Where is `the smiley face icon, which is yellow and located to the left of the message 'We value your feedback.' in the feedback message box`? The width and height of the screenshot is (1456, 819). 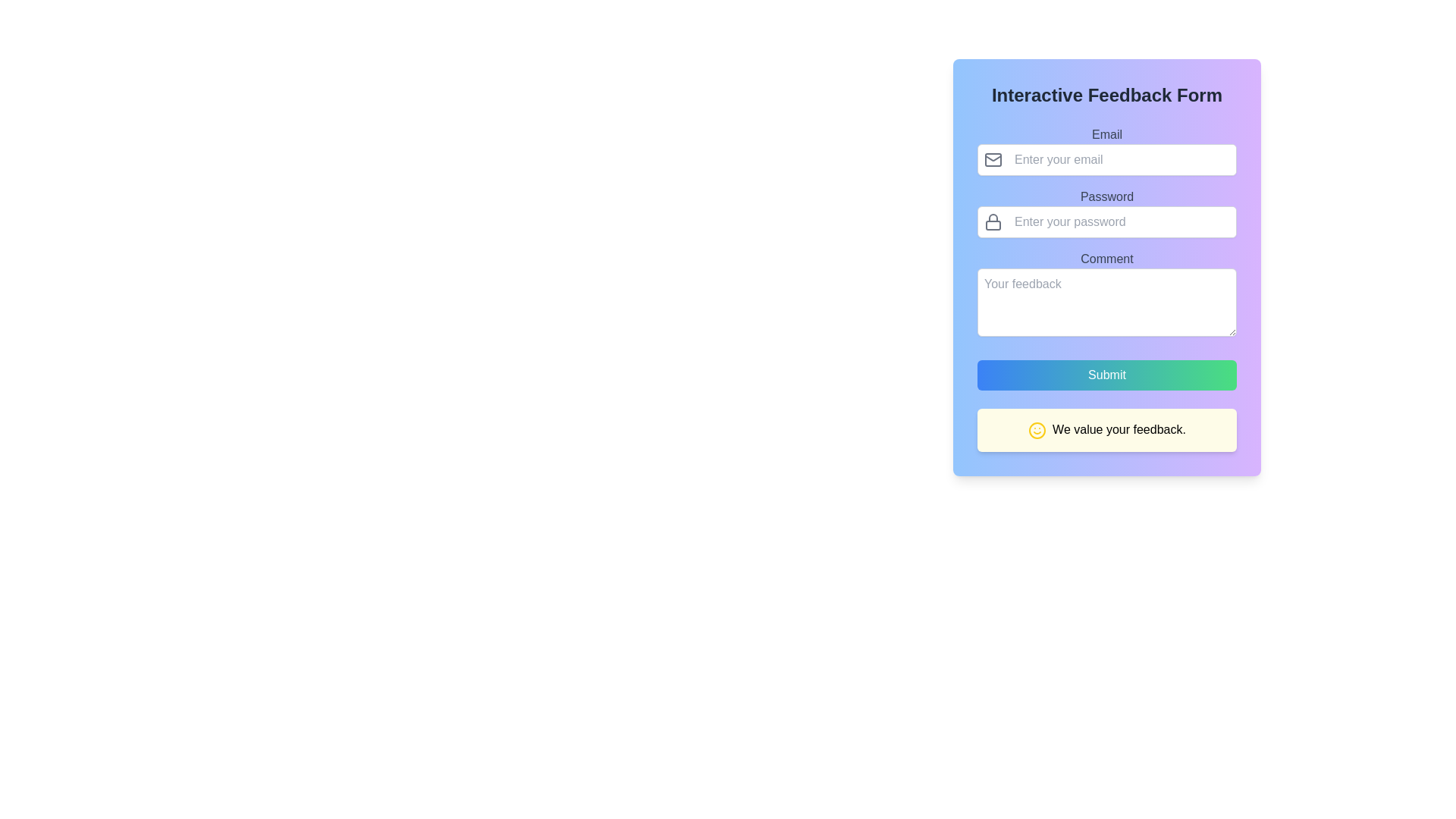 the smiley face icon, which is yellow and located to the left of the message 'We value your feedback.' in the feedback message box is located at coordinates (1037, 430).